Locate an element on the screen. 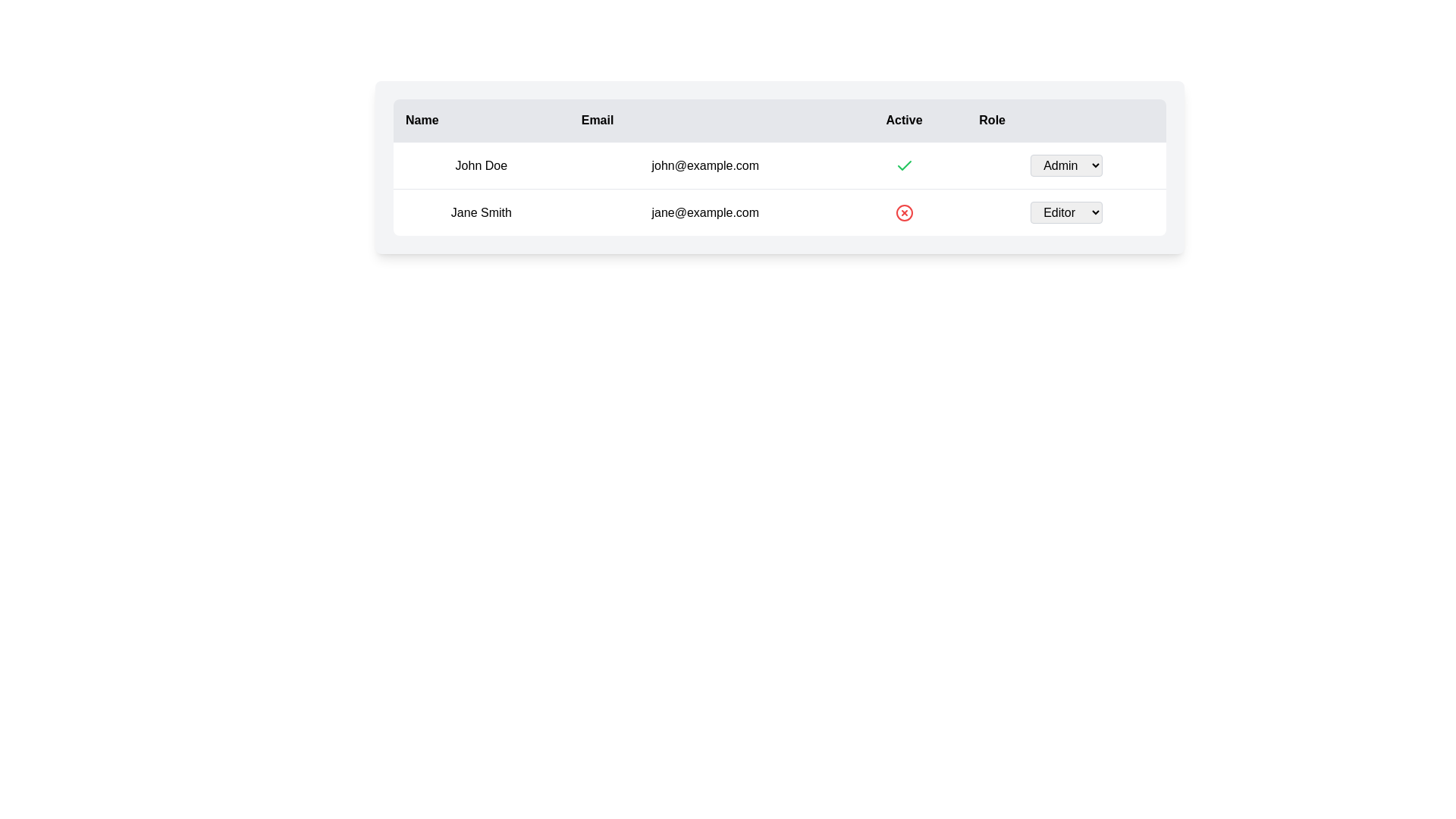 The width and height of the screenshot is (1456, 819). the active status icon in the Active column of the first row for user 'john@example.com'. This icon serves as a passive indicator and does not have interactive functionality is located at coordinates (904, 165).